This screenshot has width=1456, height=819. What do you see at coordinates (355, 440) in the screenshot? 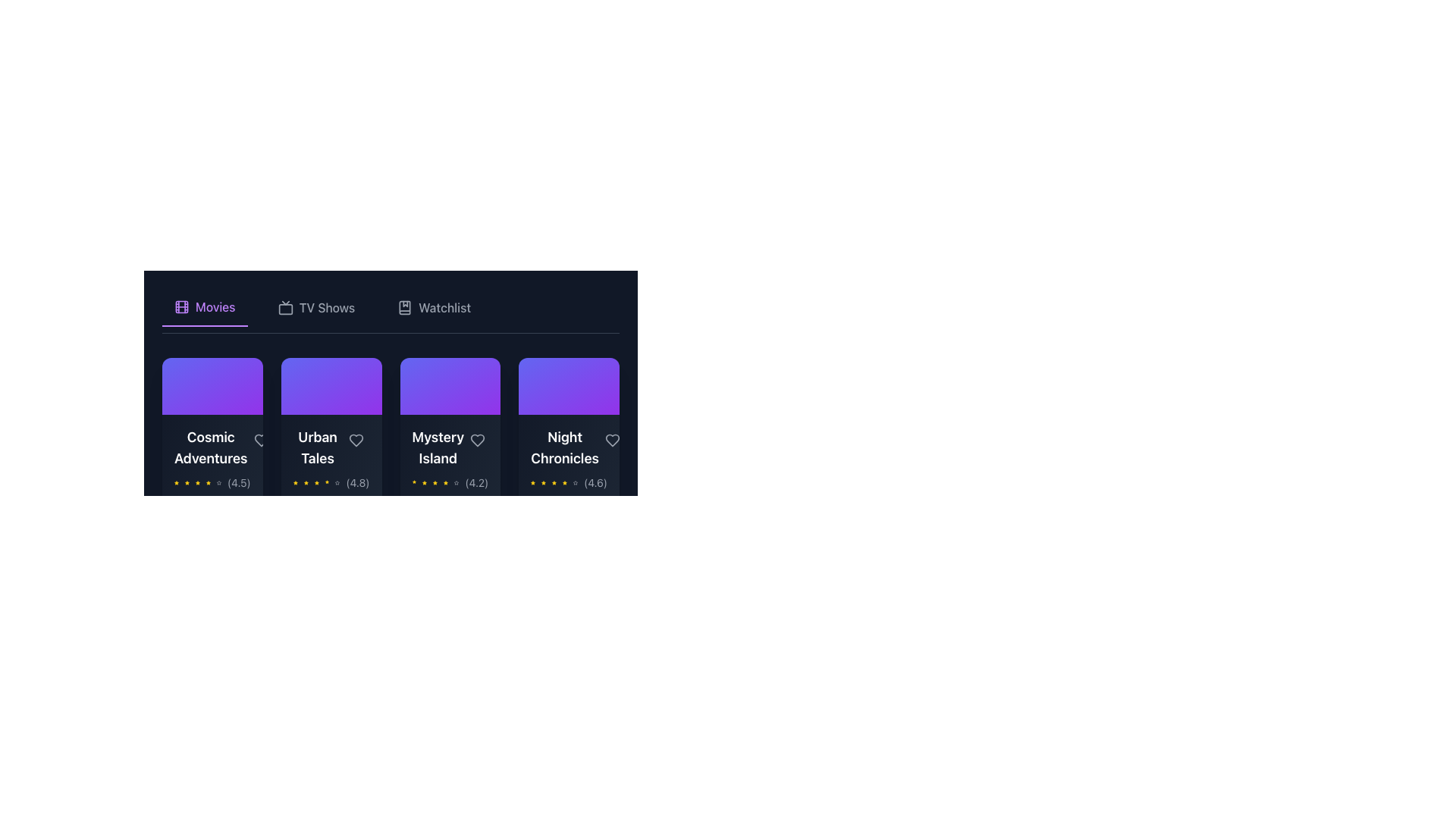
I see `the heart-shaped icon button located in the lower part of the 'Urban Tales' content card, positioned on the right side of the card next to the title's rating information` at bounding box center [355, 440].